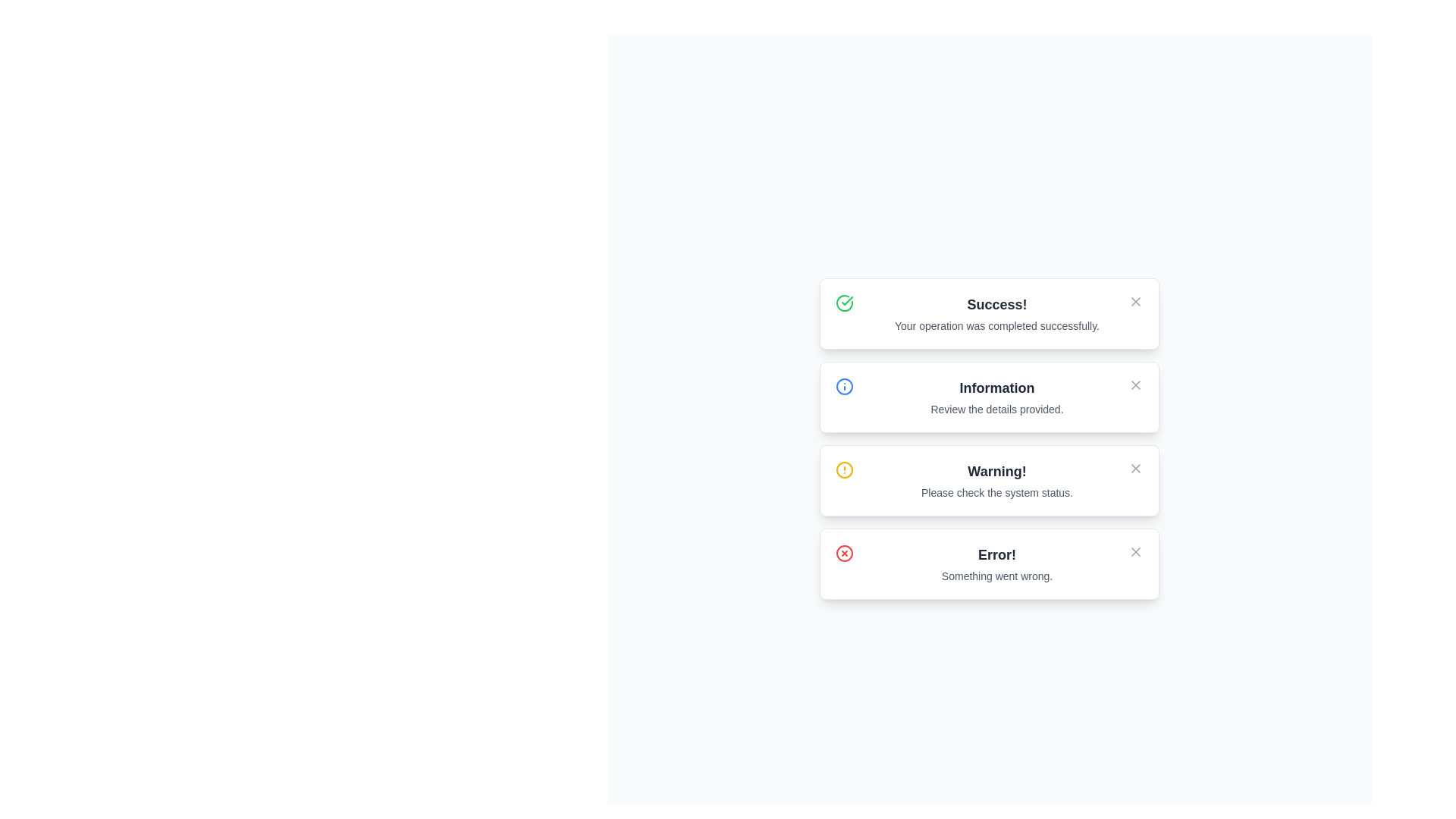 This screenshot has height=819, width=1456. What do you see at coordinates (997, 564) in the screenshot?
I see `the Text Block displaying the message 'Error! Something went wrong.' located in the bottommost notification card` at bounding box center [997, 564].